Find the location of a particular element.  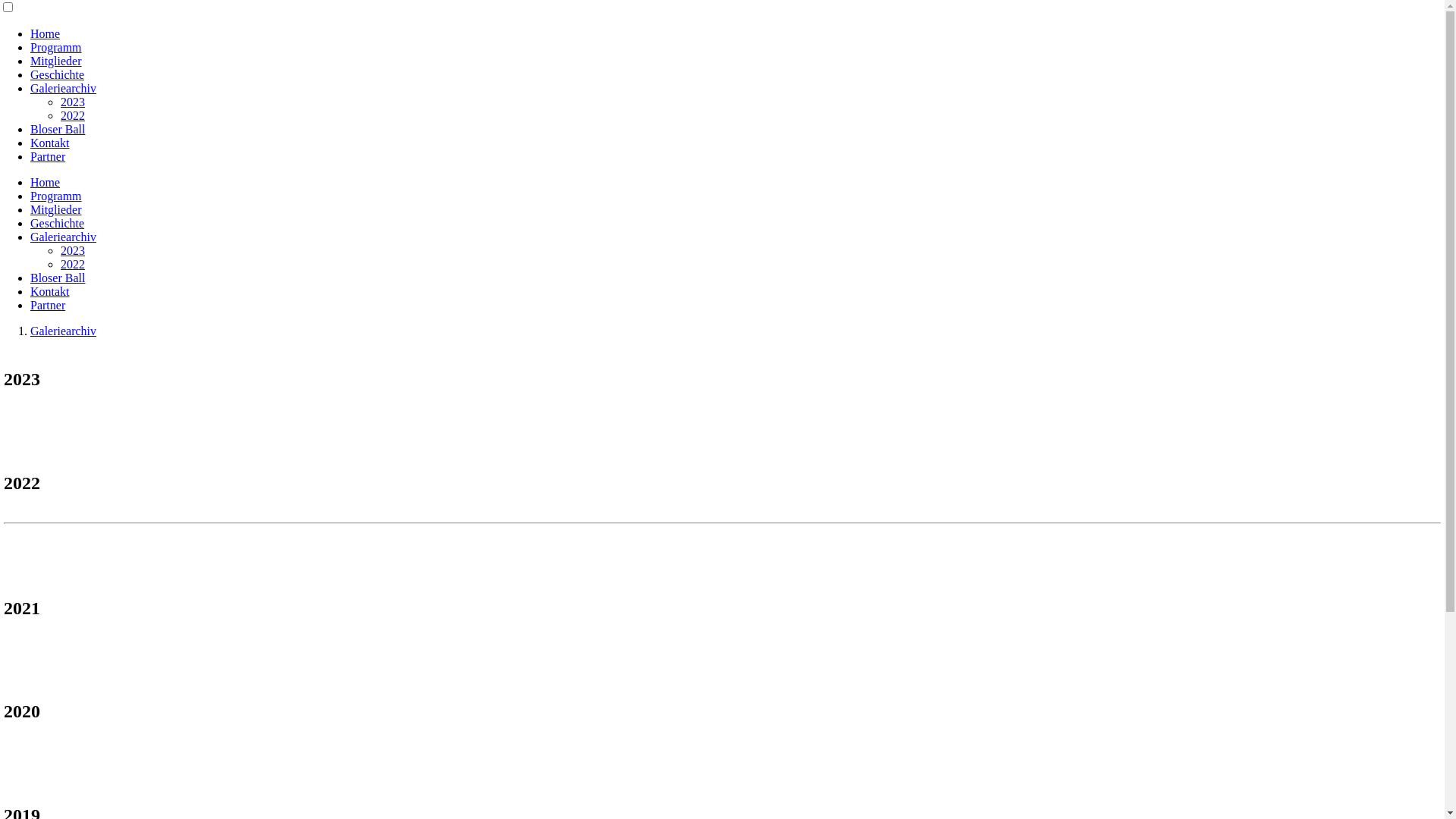

'2022' is located at coordinates (72, 115).